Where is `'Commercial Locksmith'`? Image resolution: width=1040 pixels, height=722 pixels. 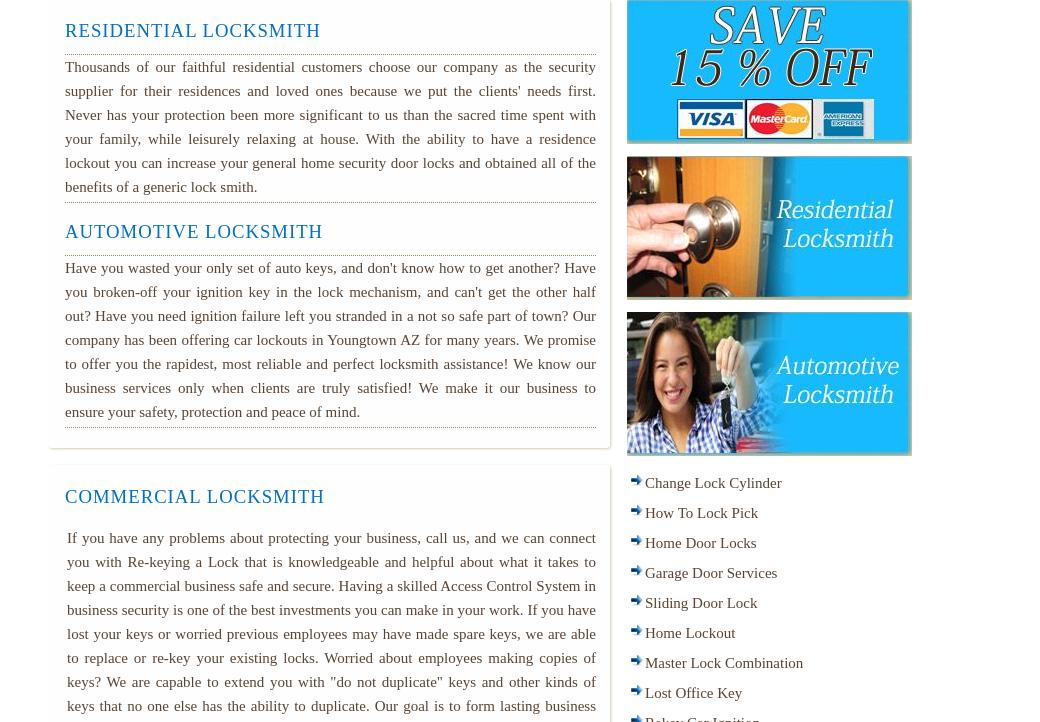
'Commercial Locksmith' is located at coordinates (194, 496).